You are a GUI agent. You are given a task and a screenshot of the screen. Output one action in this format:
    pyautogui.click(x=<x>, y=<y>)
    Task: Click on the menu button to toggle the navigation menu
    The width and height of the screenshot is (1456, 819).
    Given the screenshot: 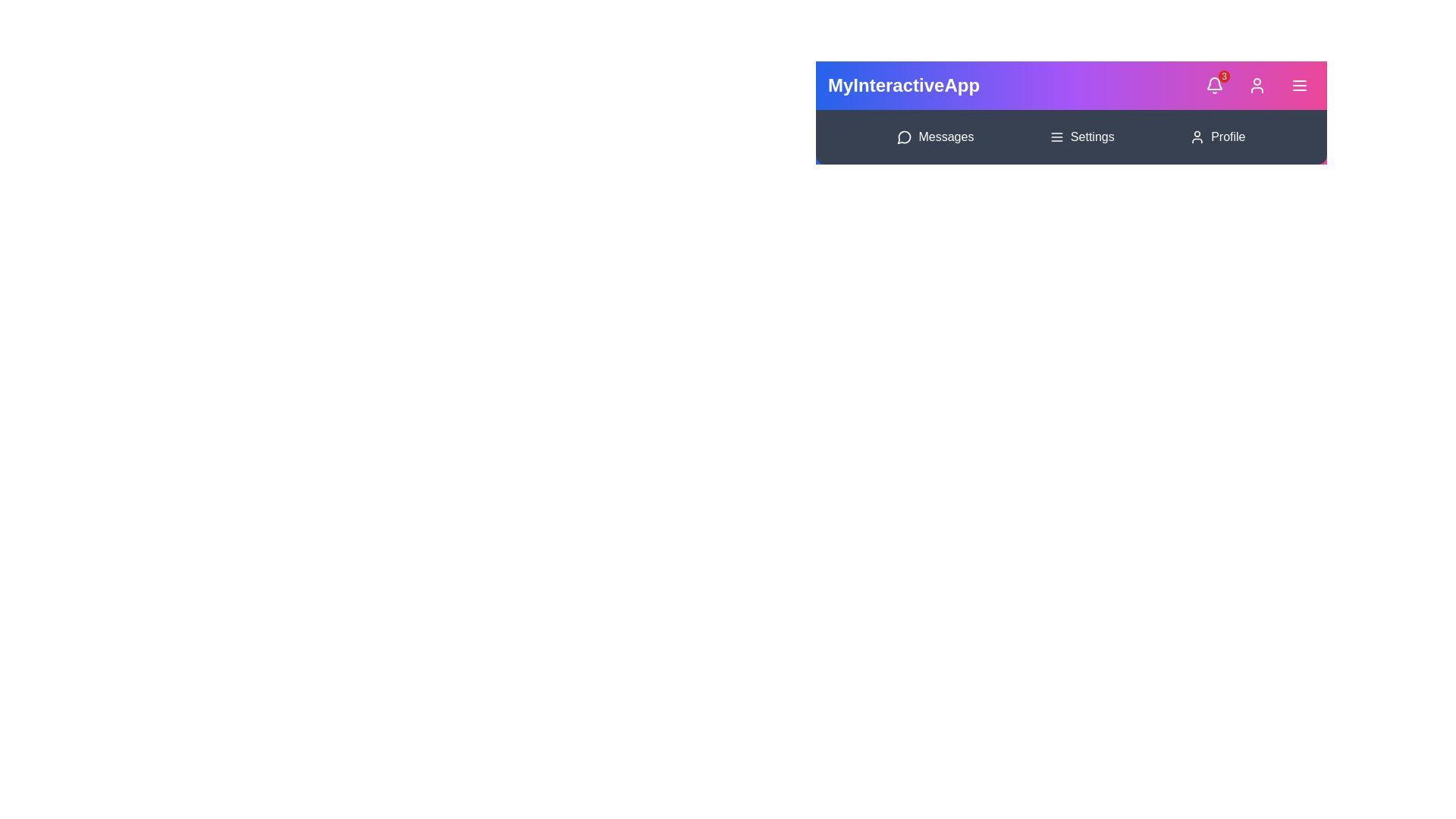 What is the action you would take?
    pyautogui.click(x=1298, y=85)
    